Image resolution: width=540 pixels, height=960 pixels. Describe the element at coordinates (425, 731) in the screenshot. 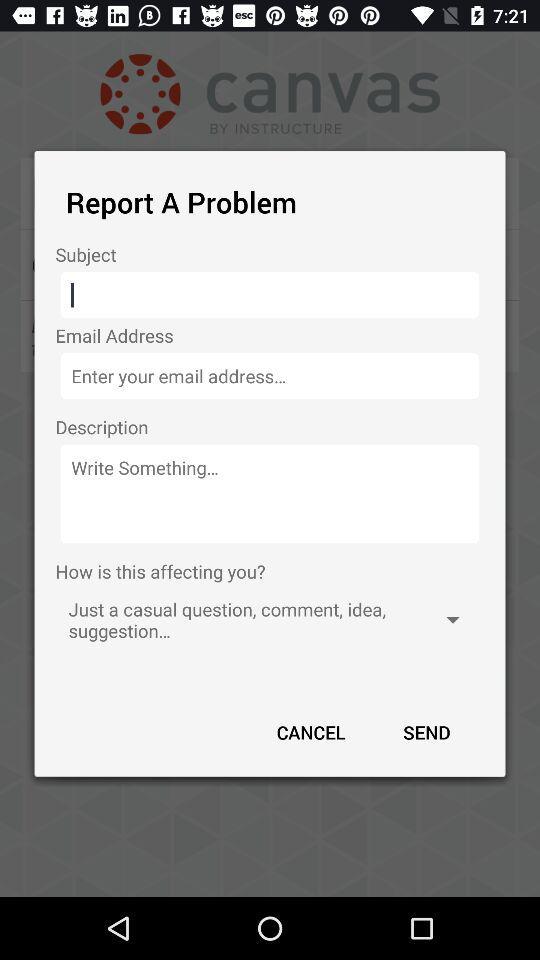

I see `the item to the right of the cancel item` at that location.